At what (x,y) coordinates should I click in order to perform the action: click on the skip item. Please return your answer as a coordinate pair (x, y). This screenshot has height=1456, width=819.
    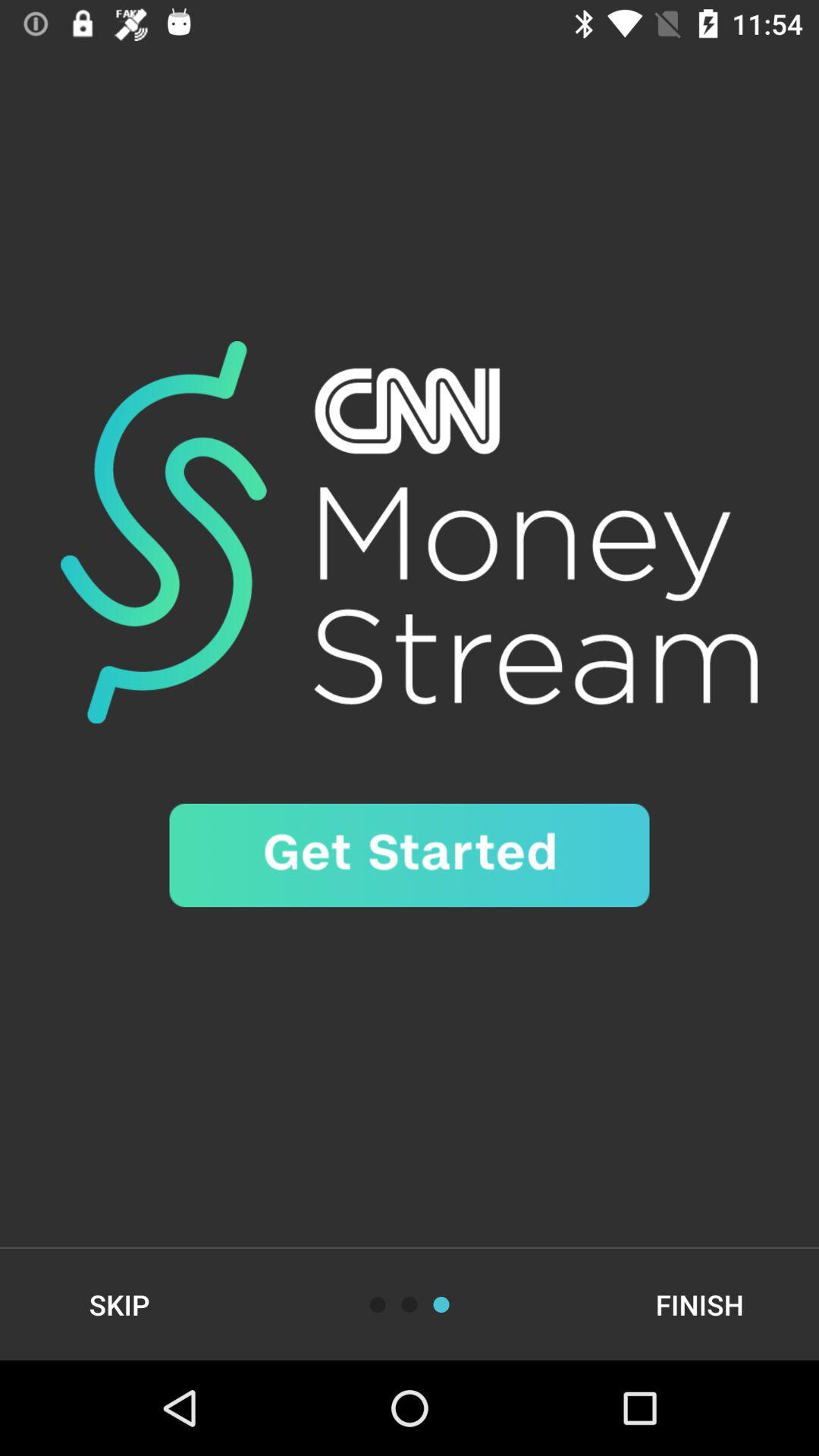
    Looking at the image, I should click on (118, 1304).